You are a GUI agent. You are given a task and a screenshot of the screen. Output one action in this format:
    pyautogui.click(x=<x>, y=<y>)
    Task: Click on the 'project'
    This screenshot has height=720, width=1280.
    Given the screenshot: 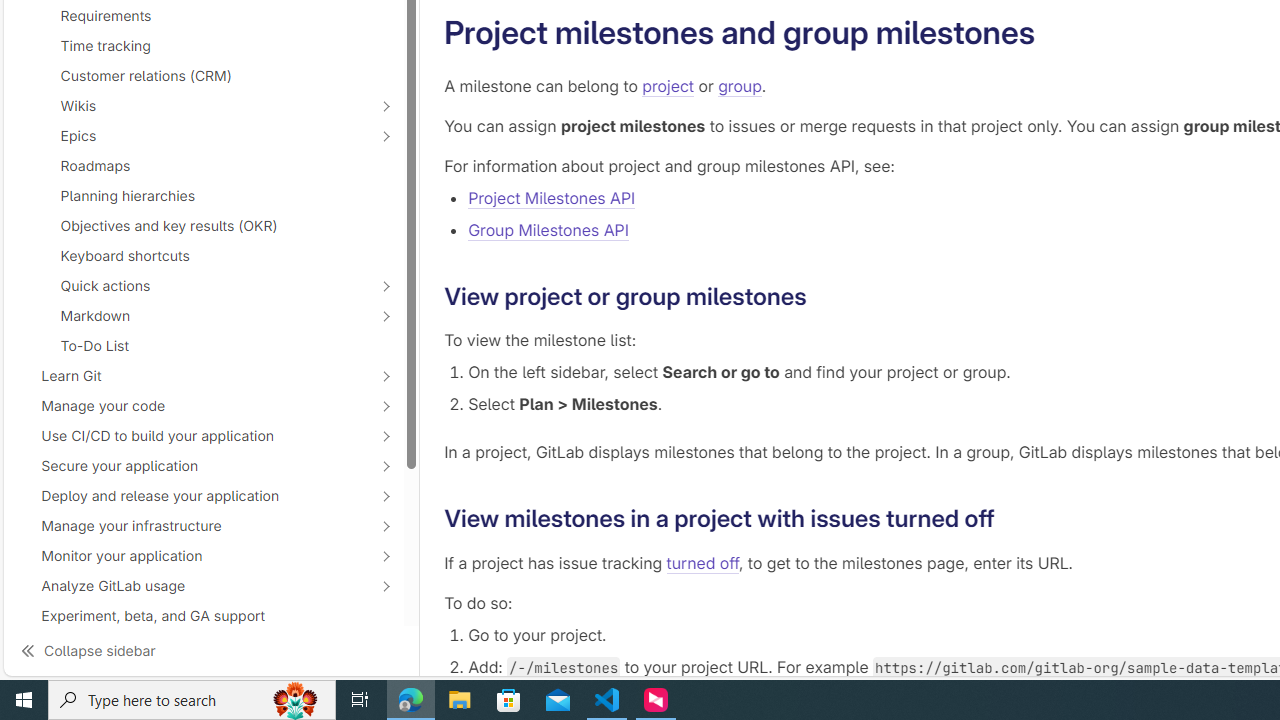 What is the action you would take?
    pyautogui.click(x=668, y=85)
    